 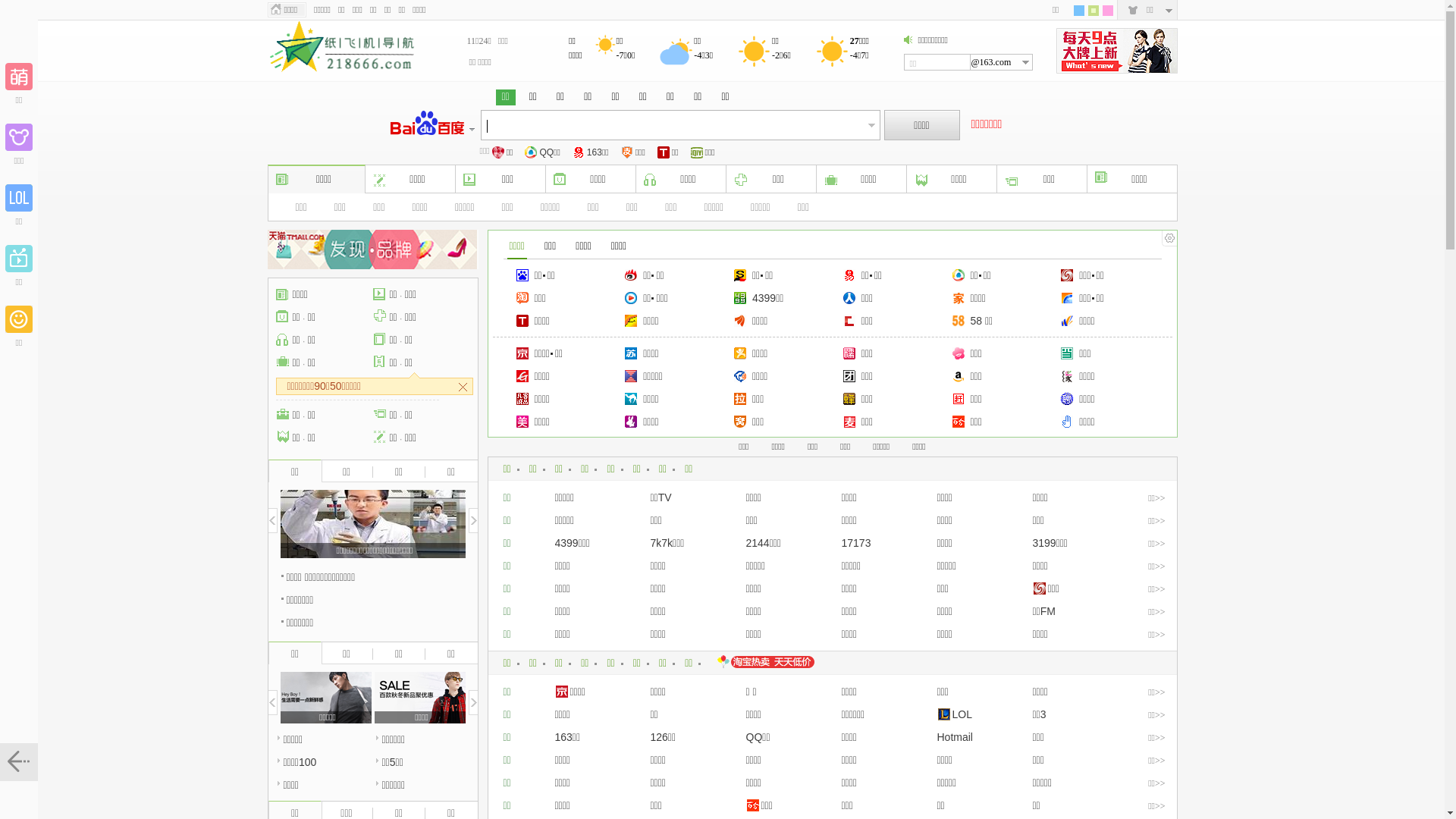 What do you see at coordinates (856, 542) in the screenshot?
I see `'17173'` at bounding box center [856, 542].